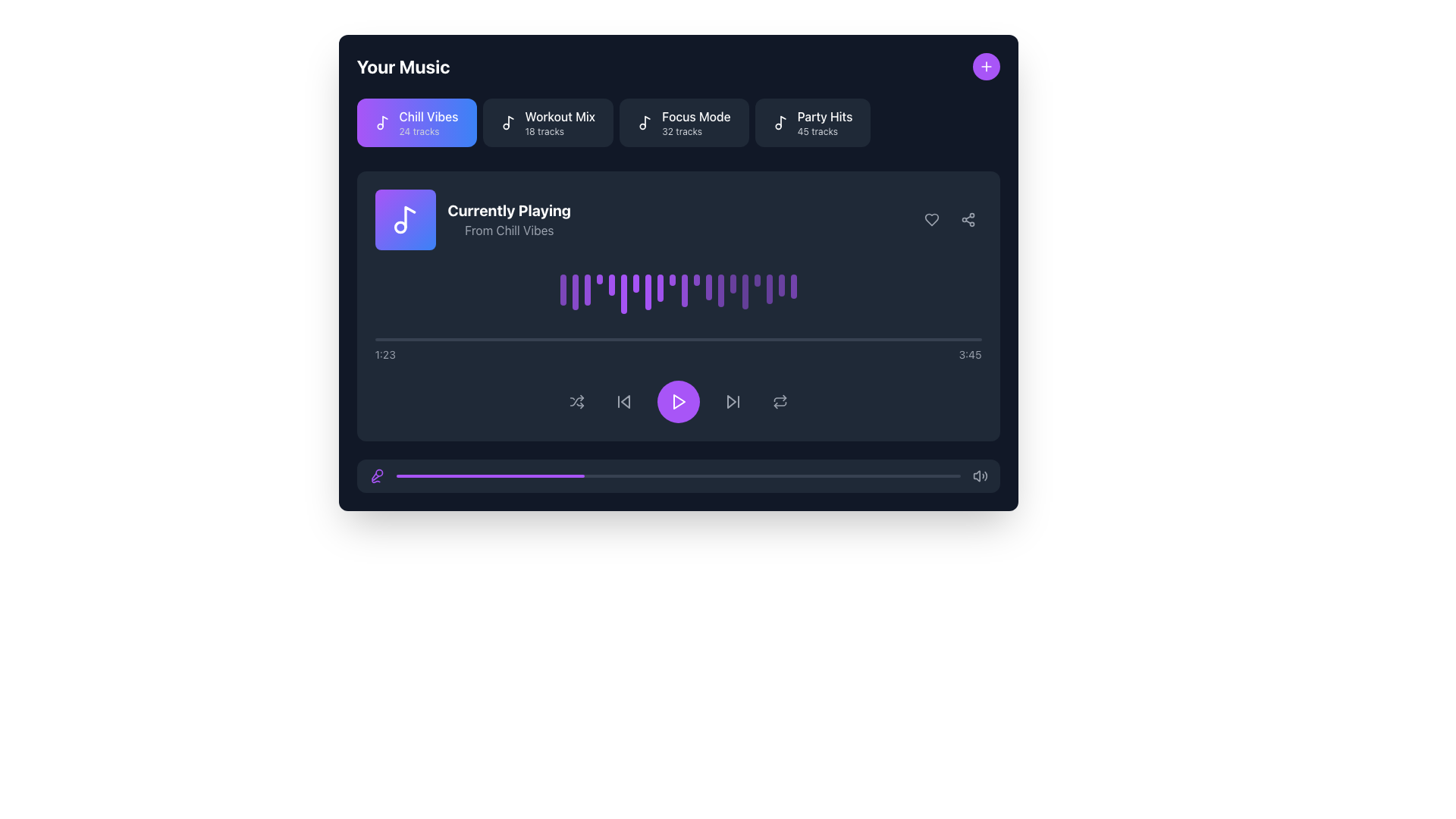 Image resolution: width=1456 pixels, height=819 pixels. What do you see at coordinates (490, 475) in the screenshot?
I see `the purple progress bar indicator located at the bottom panel of the music interface` at bounding box center [490, 475].